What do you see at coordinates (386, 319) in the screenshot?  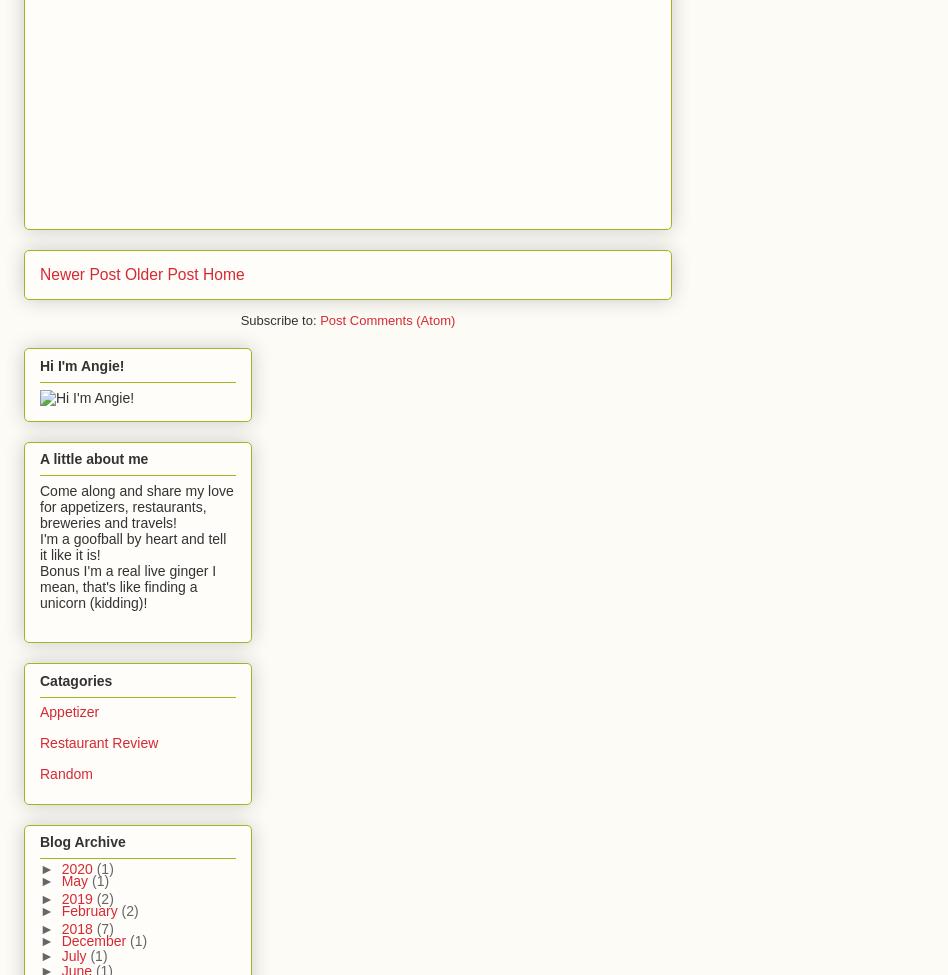 I see `'Post Comments (Atom)'` at bounding box center [386, 319].